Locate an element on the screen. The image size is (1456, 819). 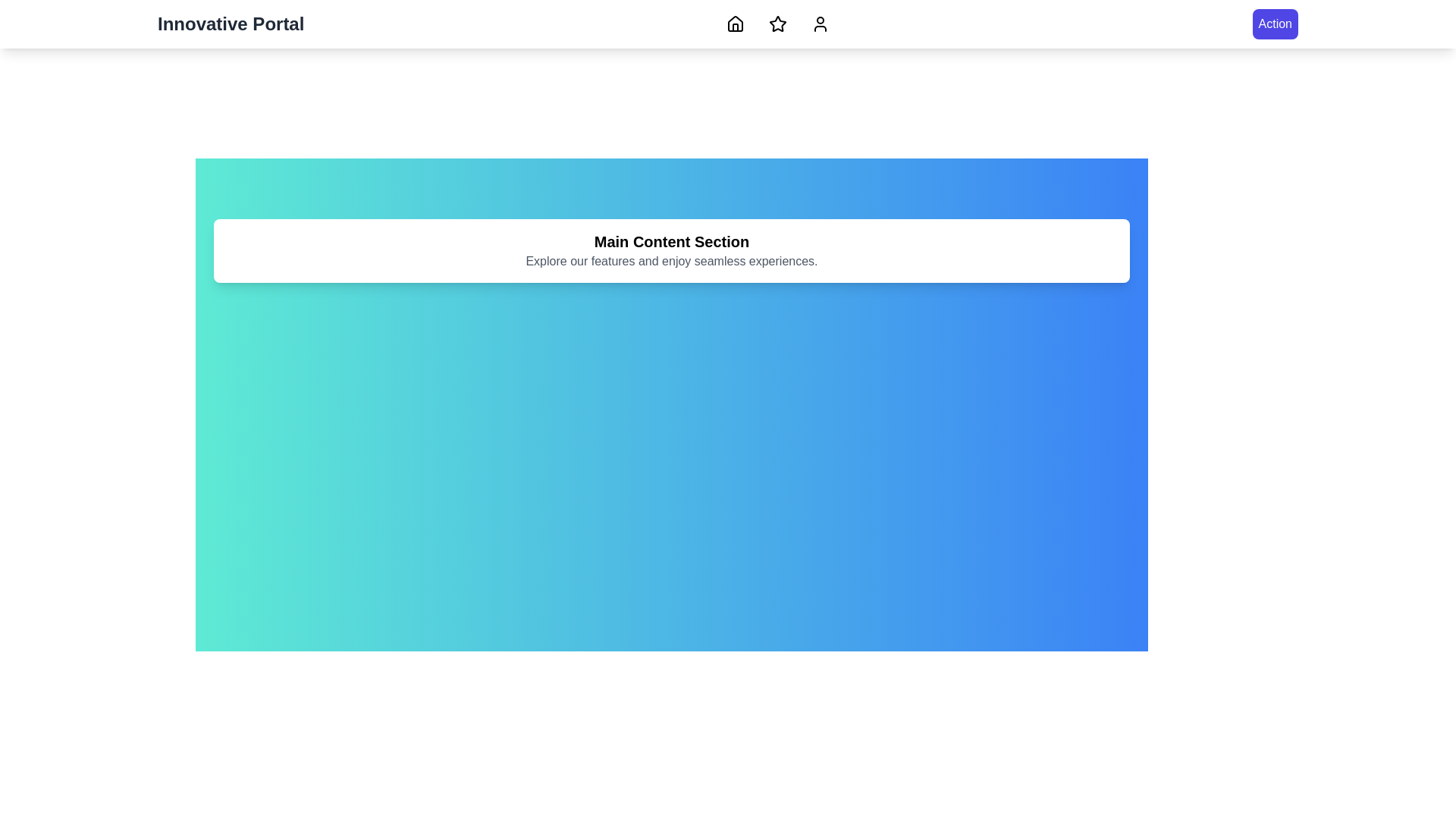
the navigation button corresponding to User is located at coordinates (819, 24).